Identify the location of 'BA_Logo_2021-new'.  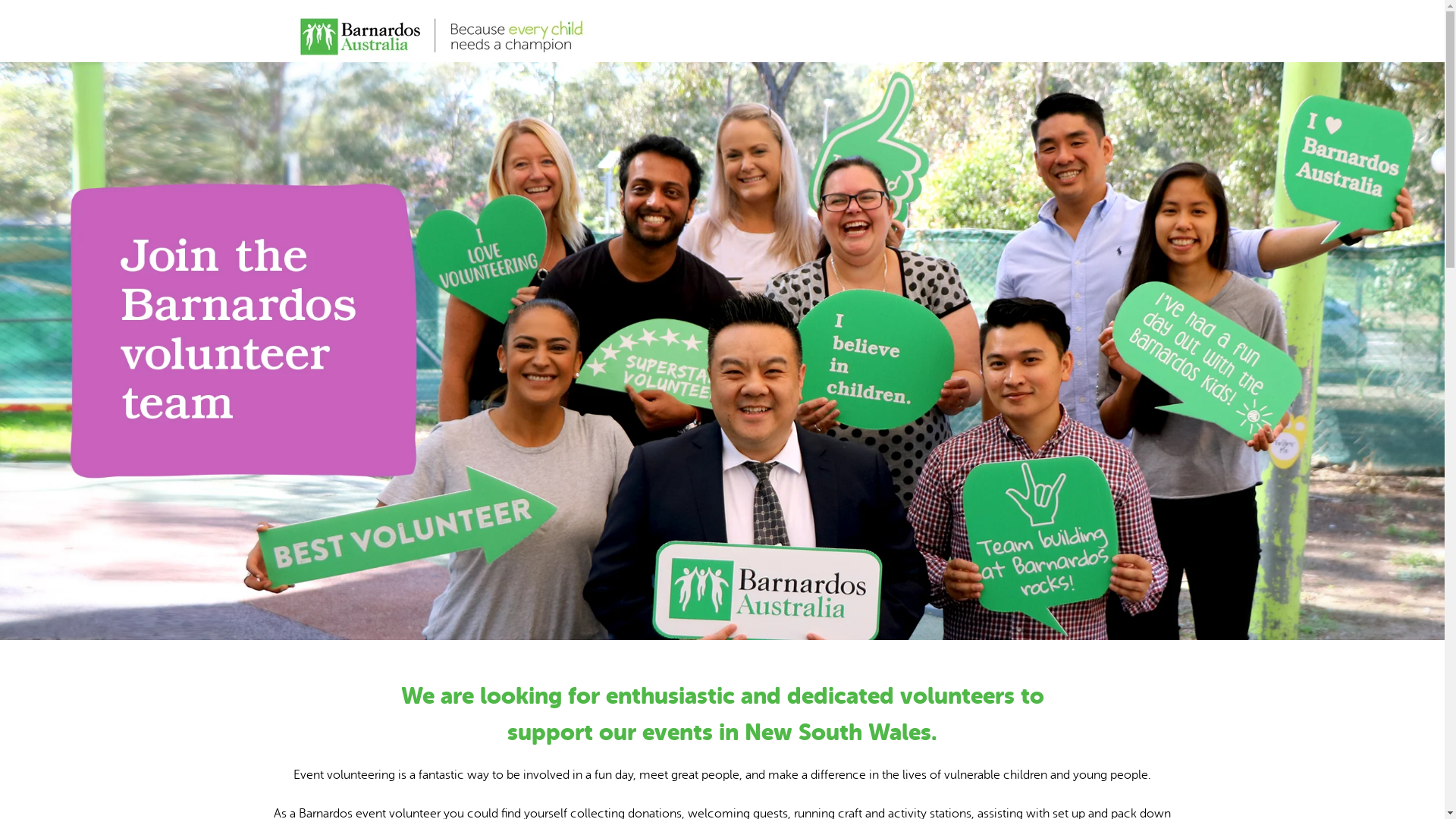
(440, 31).